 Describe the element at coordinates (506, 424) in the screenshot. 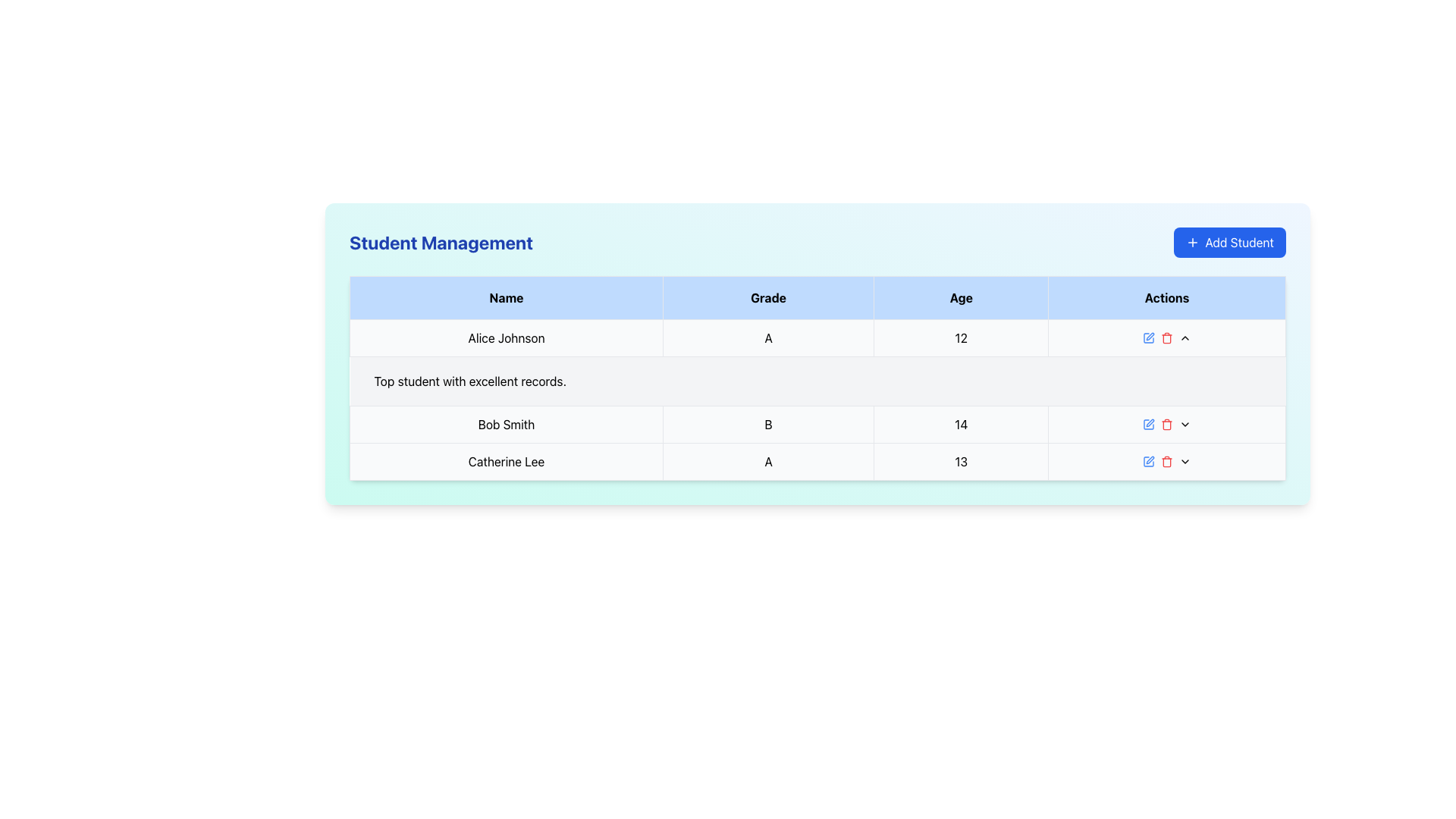

I see `text element displaying 'Bob Smith' in bold black font located in the first column of the second row of the data table` at that location.